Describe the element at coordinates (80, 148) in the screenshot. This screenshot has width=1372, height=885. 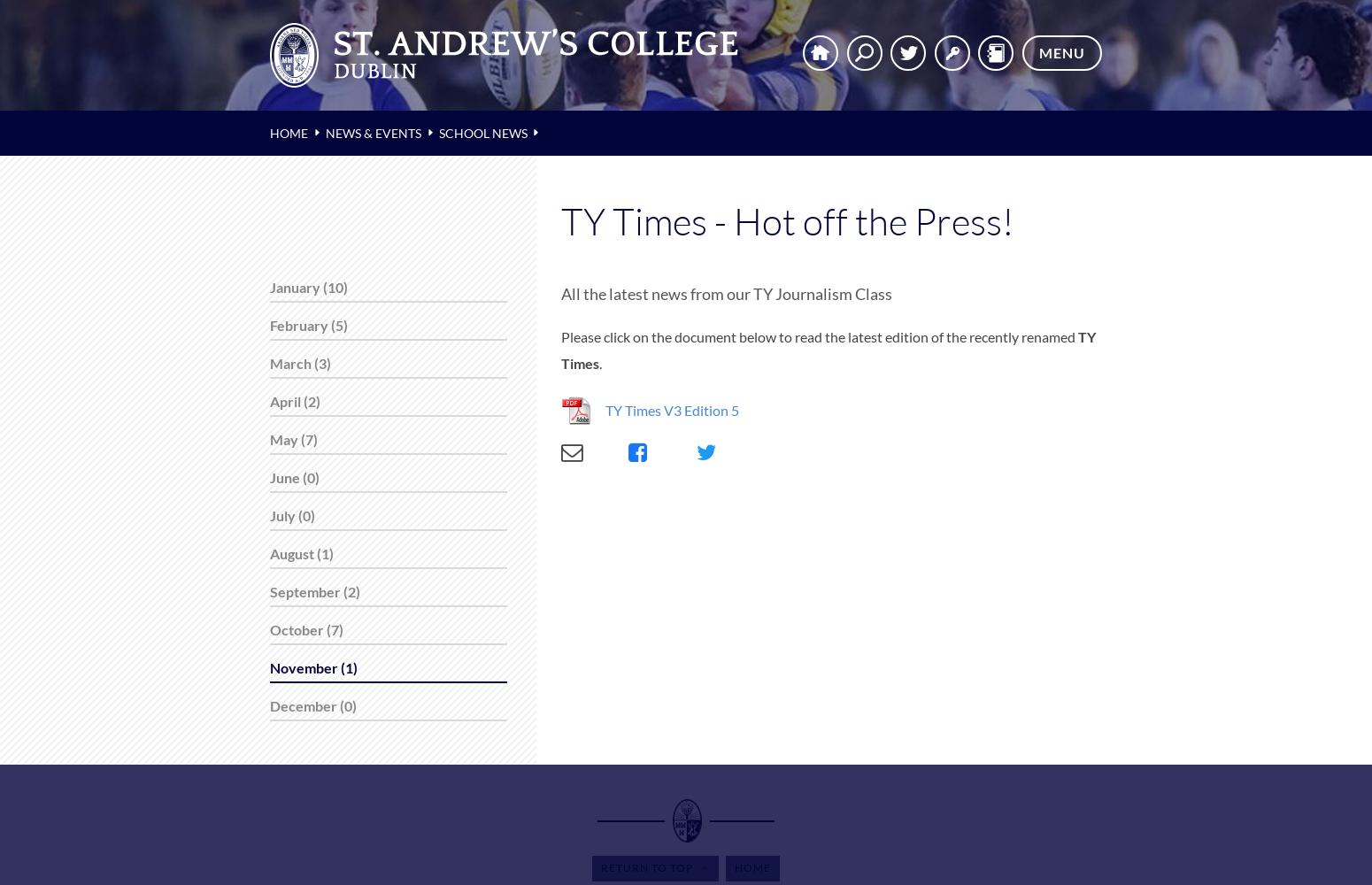
I see `'Latest News'` at that location.